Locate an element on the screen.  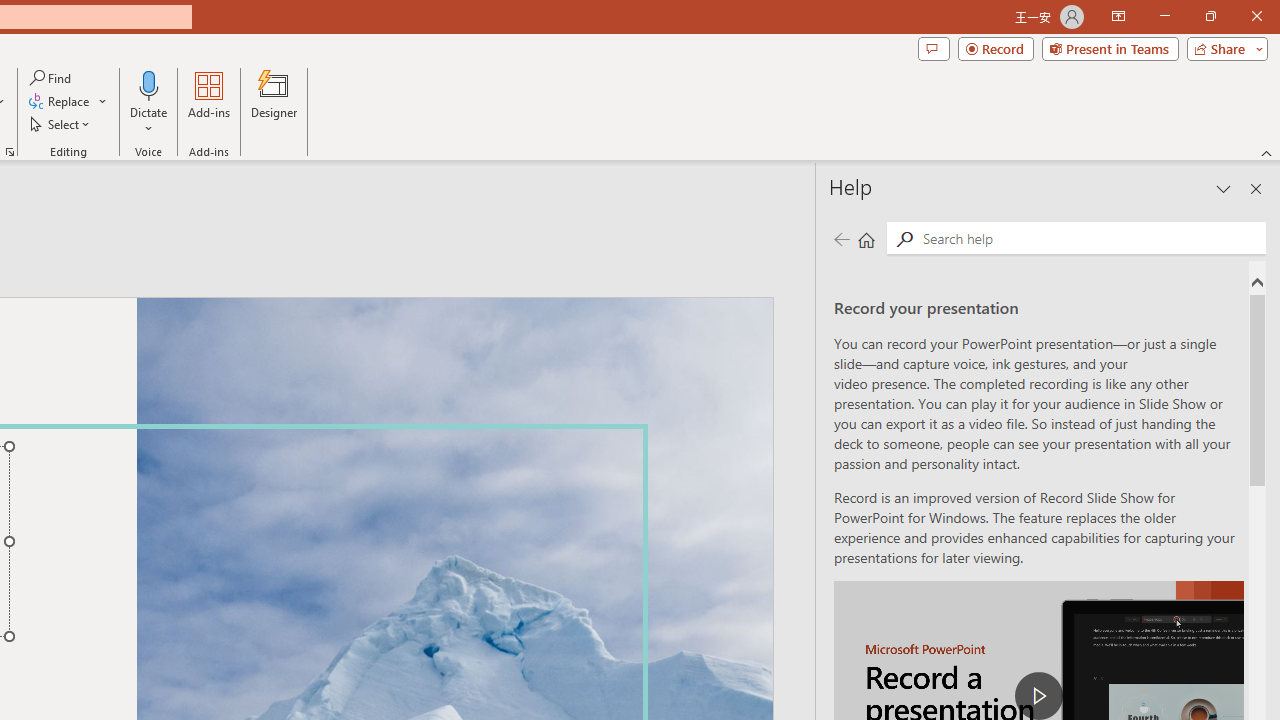
'play Record a Presentation' is located at coordinates (1038, 694).